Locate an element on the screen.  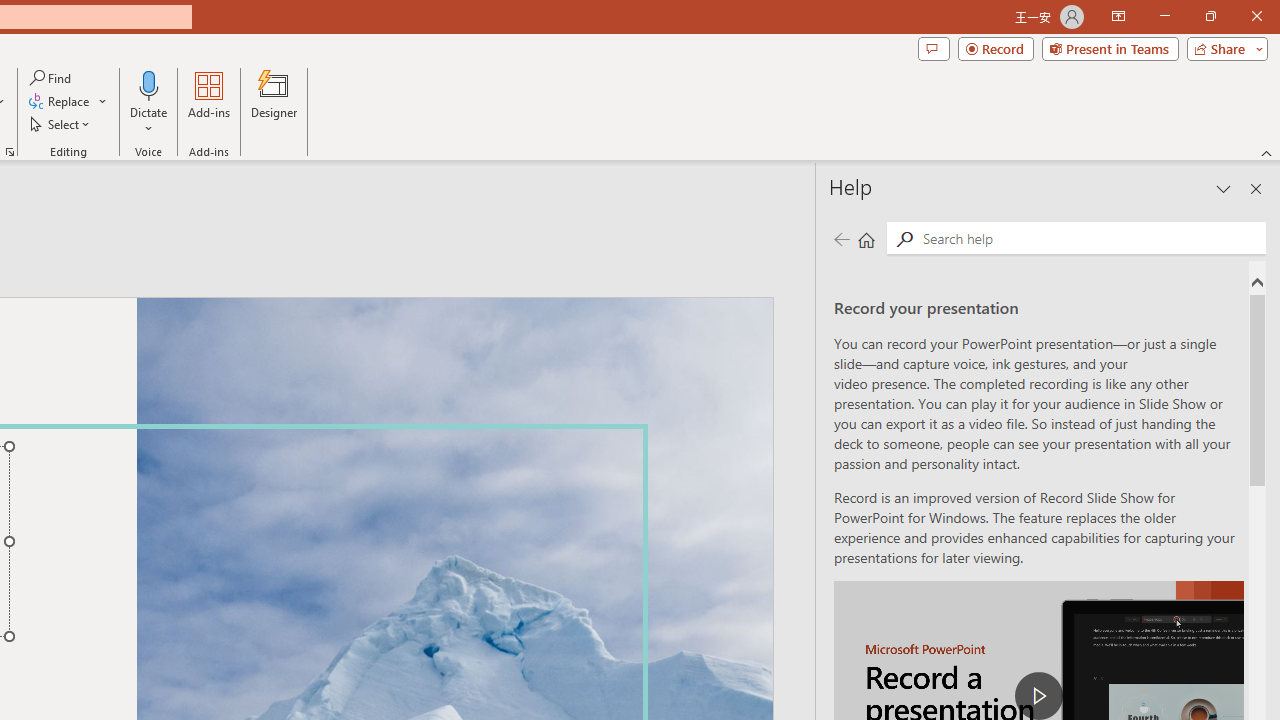
'play Record a Presentation' is located at coordinates (1038, 694).